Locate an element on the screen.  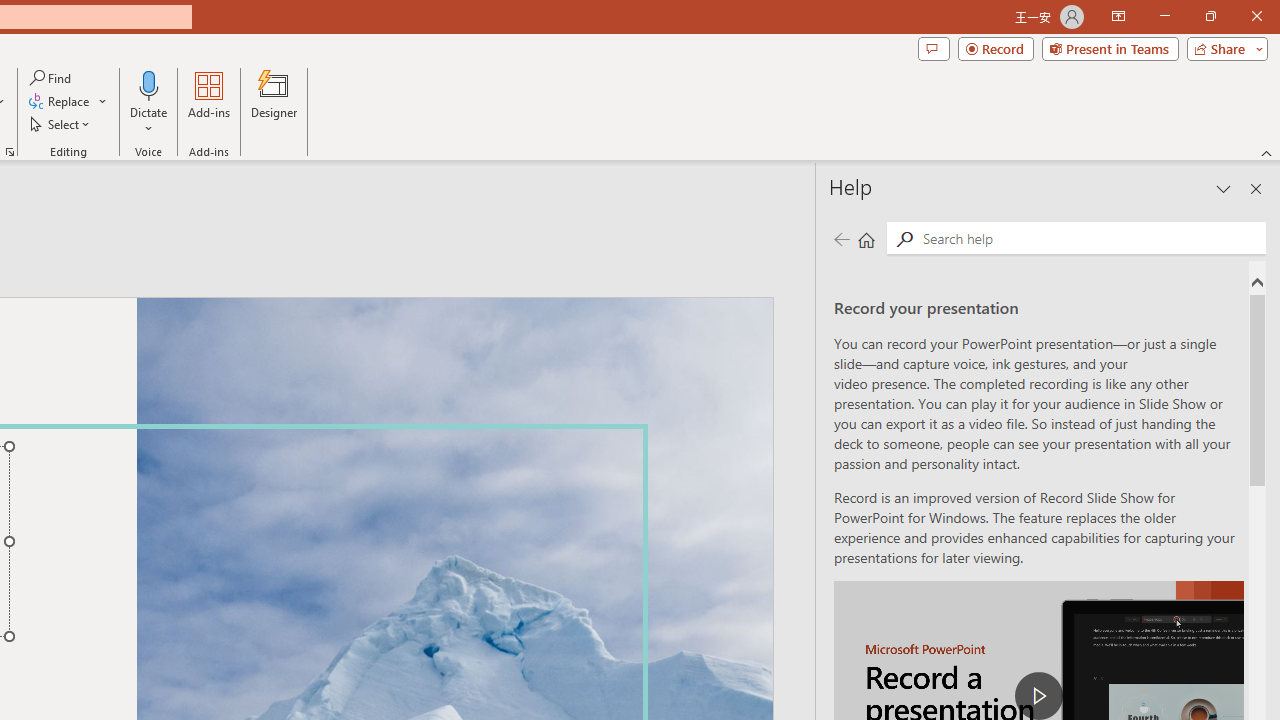
'play Record a Presentation' is located at coordinates (1038, 694).